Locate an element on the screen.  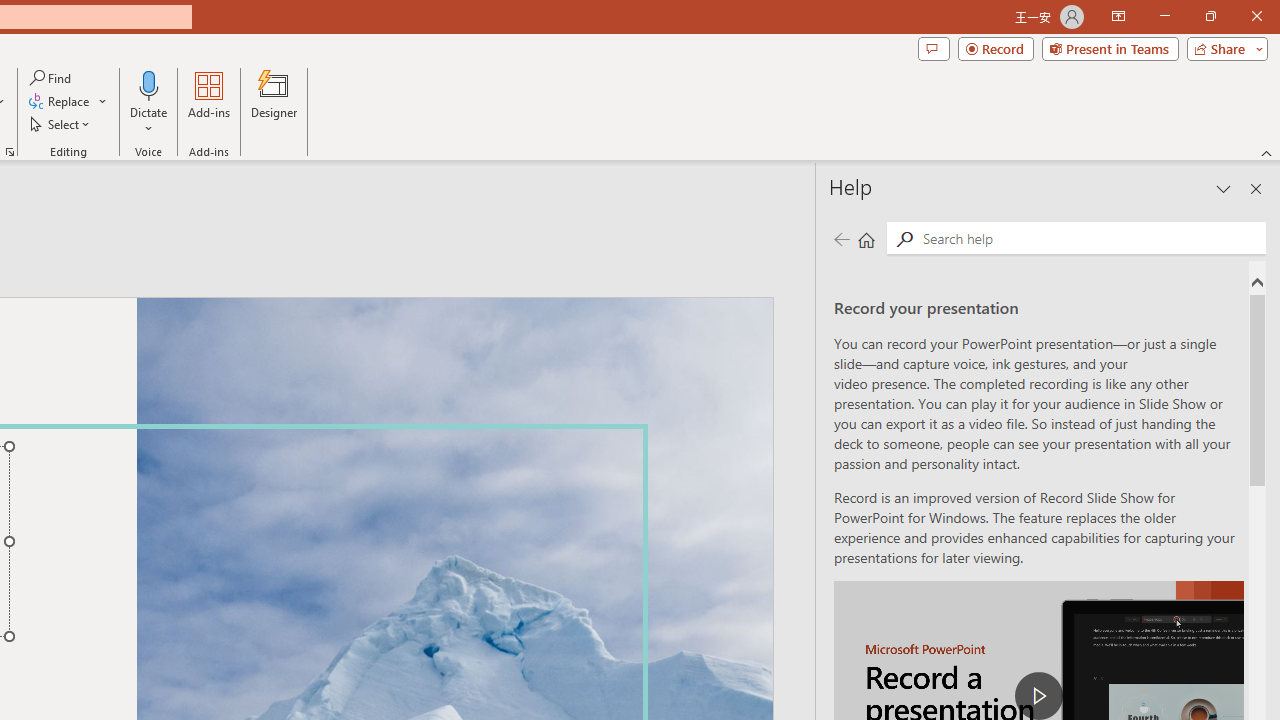
'play Record a Presentation' is located at coordinates (1038, 694).